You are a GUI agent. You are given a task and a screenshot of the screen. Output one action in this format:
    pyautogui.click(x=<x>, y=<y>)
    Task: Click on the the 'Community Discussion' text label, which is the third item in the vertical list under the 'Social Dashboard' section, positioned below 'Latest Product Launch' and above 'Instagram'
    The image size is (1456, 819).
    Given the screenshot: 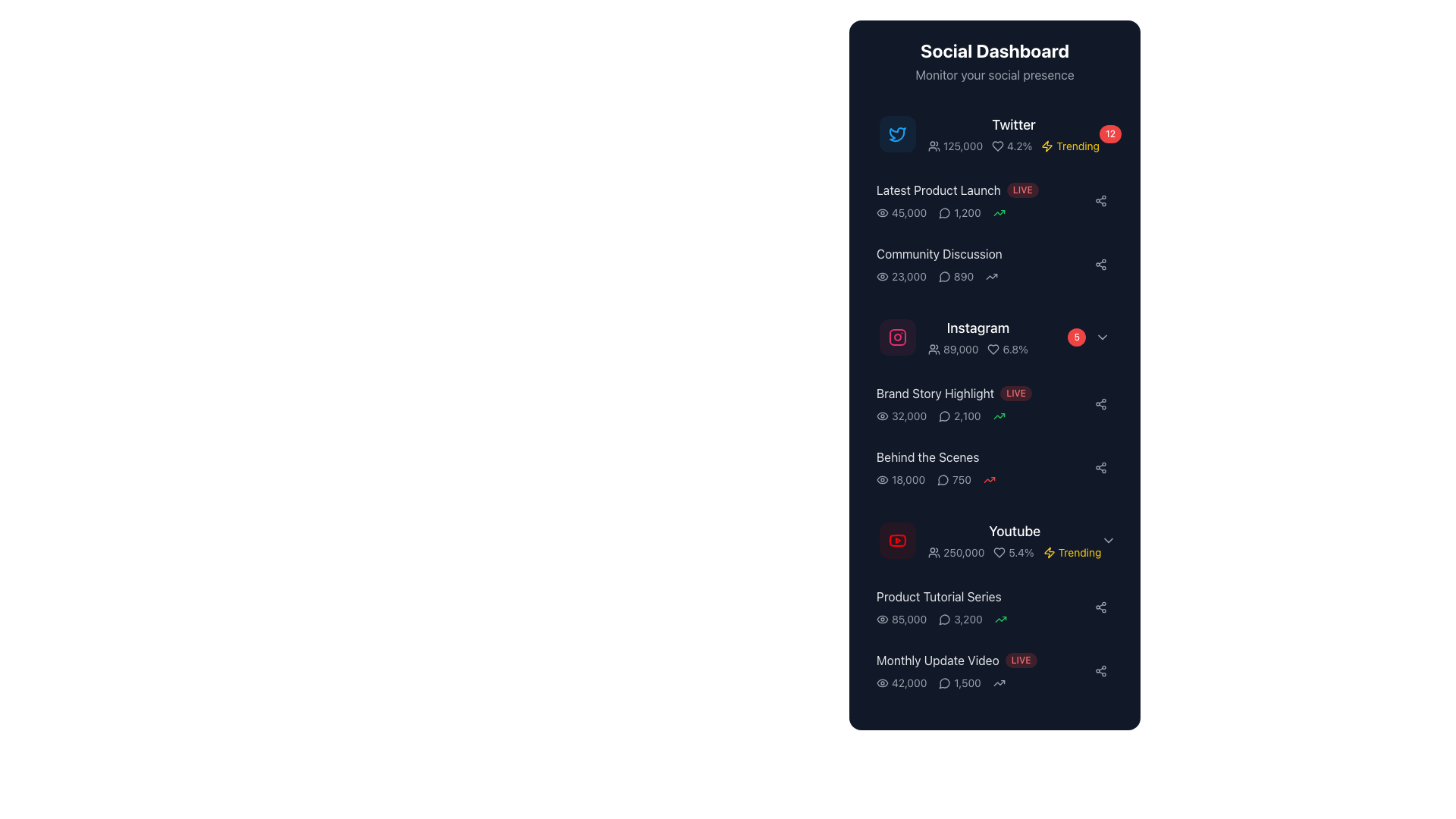 What is the action you would take?
    pyautogui.click(x=983, y=253)
    